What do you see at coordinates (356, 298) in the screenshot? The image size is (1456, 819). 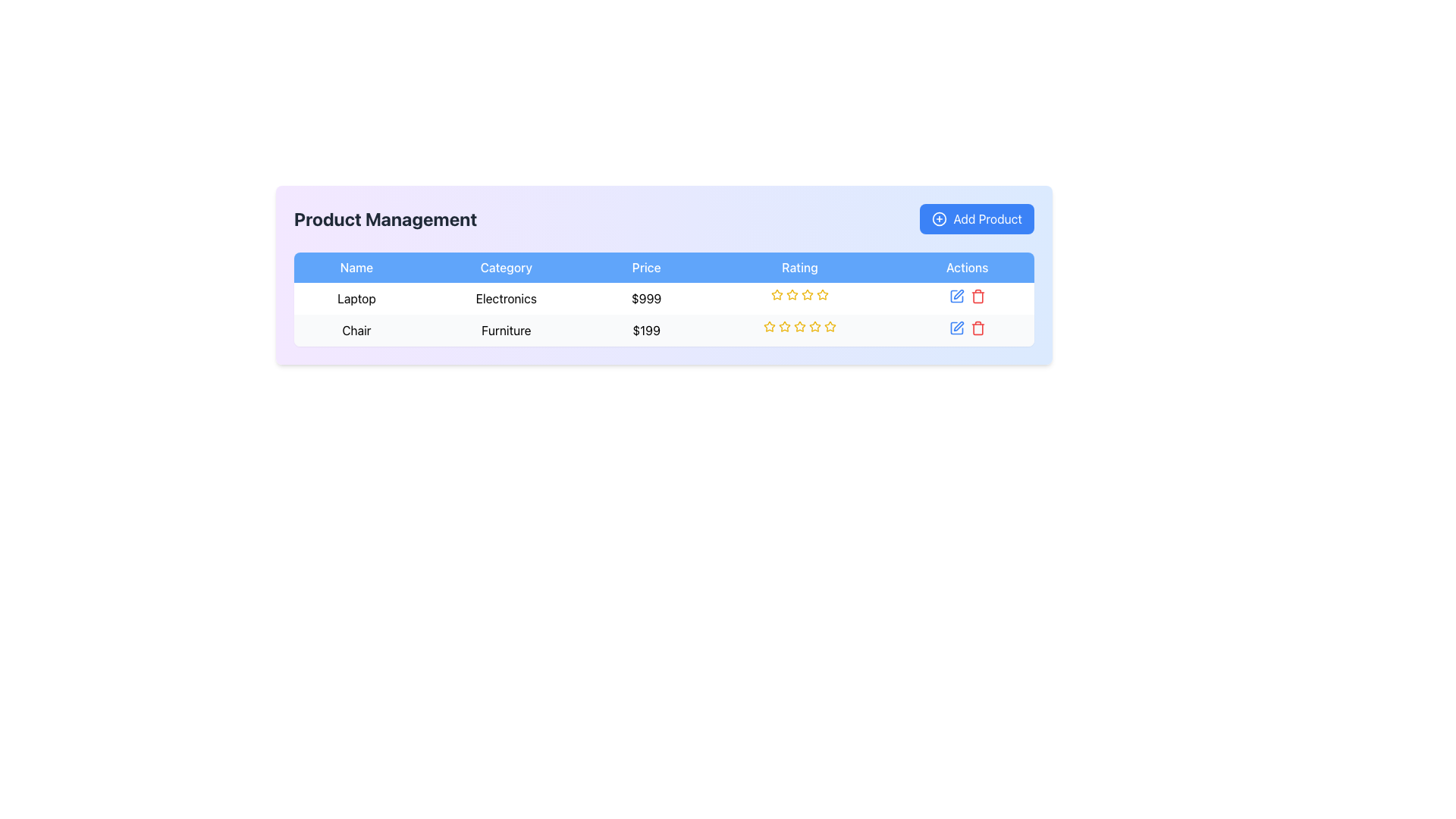 I see `the text label that identifies the product name in the first cell of the first data row of the table, located directly beneath the 'Name' header, to interact with adjacent components in the table` at bounding box center [356, 298].